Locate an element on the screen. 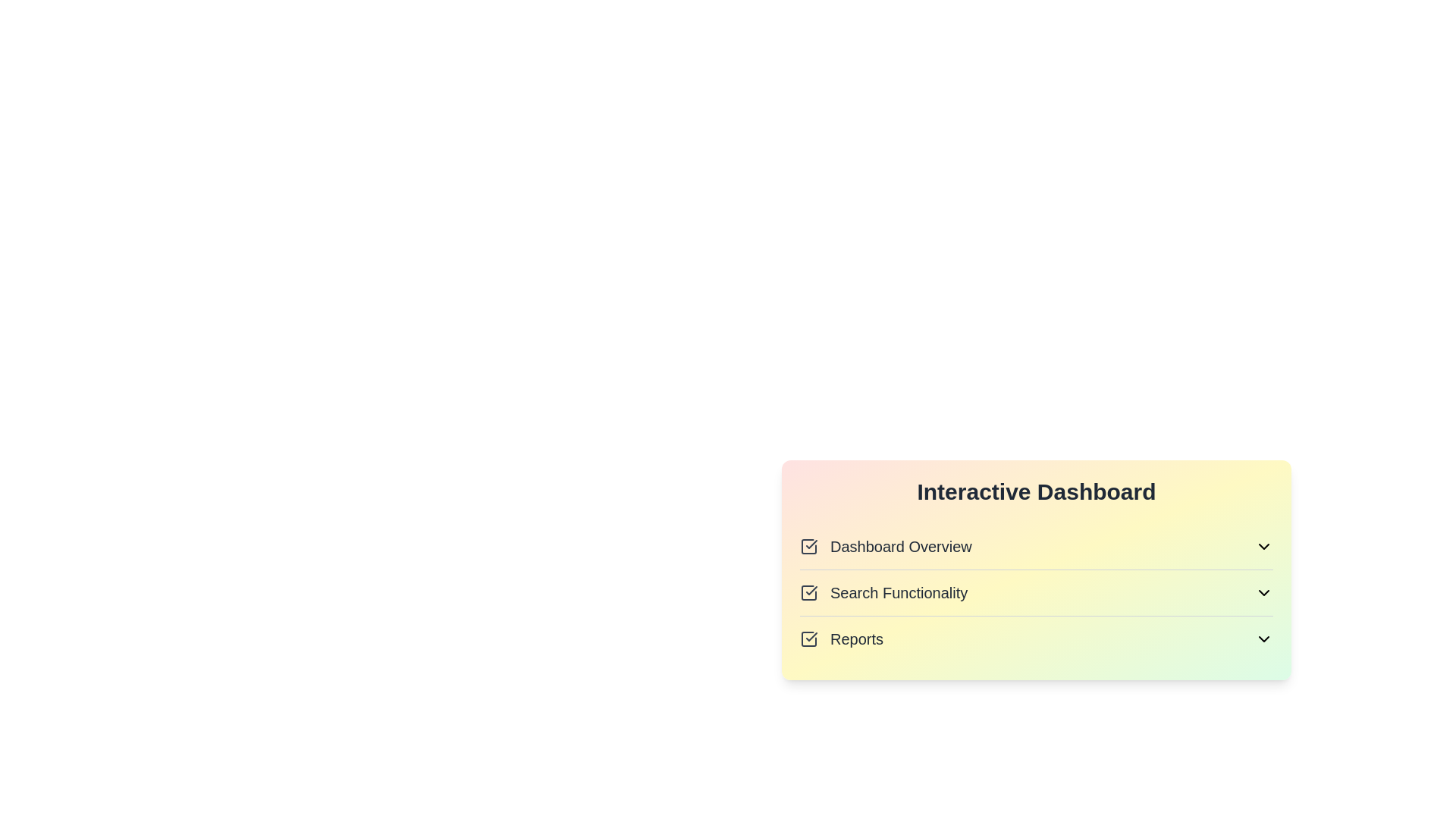  the icon associated with Search Functionality to toggle its visibility is located at coordinates (1263, 592).